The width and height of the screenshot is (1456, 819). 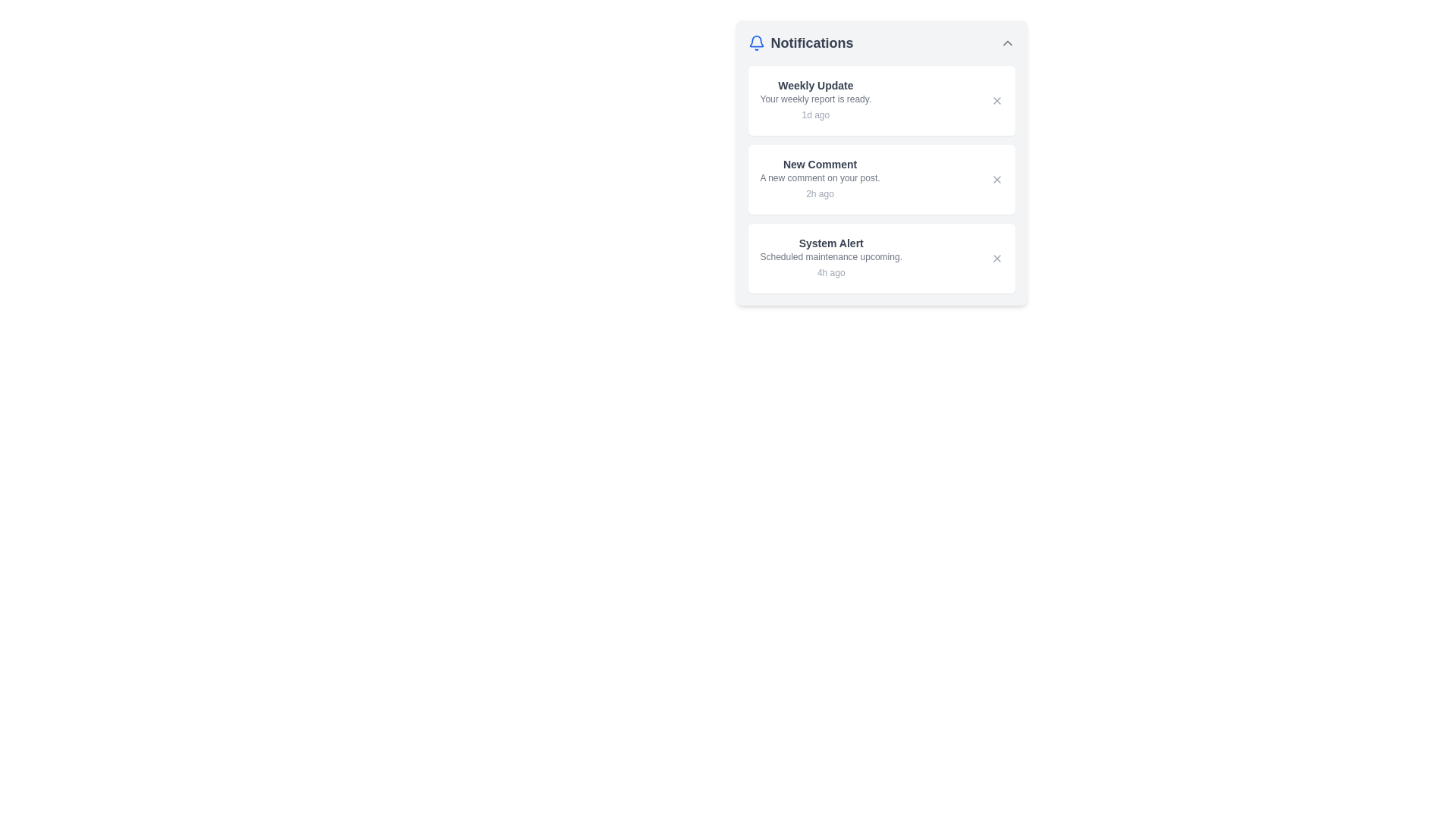 What do you see at coordinates (814, 114) in the screenshot?
I see `the text label indicating the time elapsed since the 'Weekly Update' notification was generated, located in the lower right corner of the 'Notifications' panel` at bounding box center [814, 114].